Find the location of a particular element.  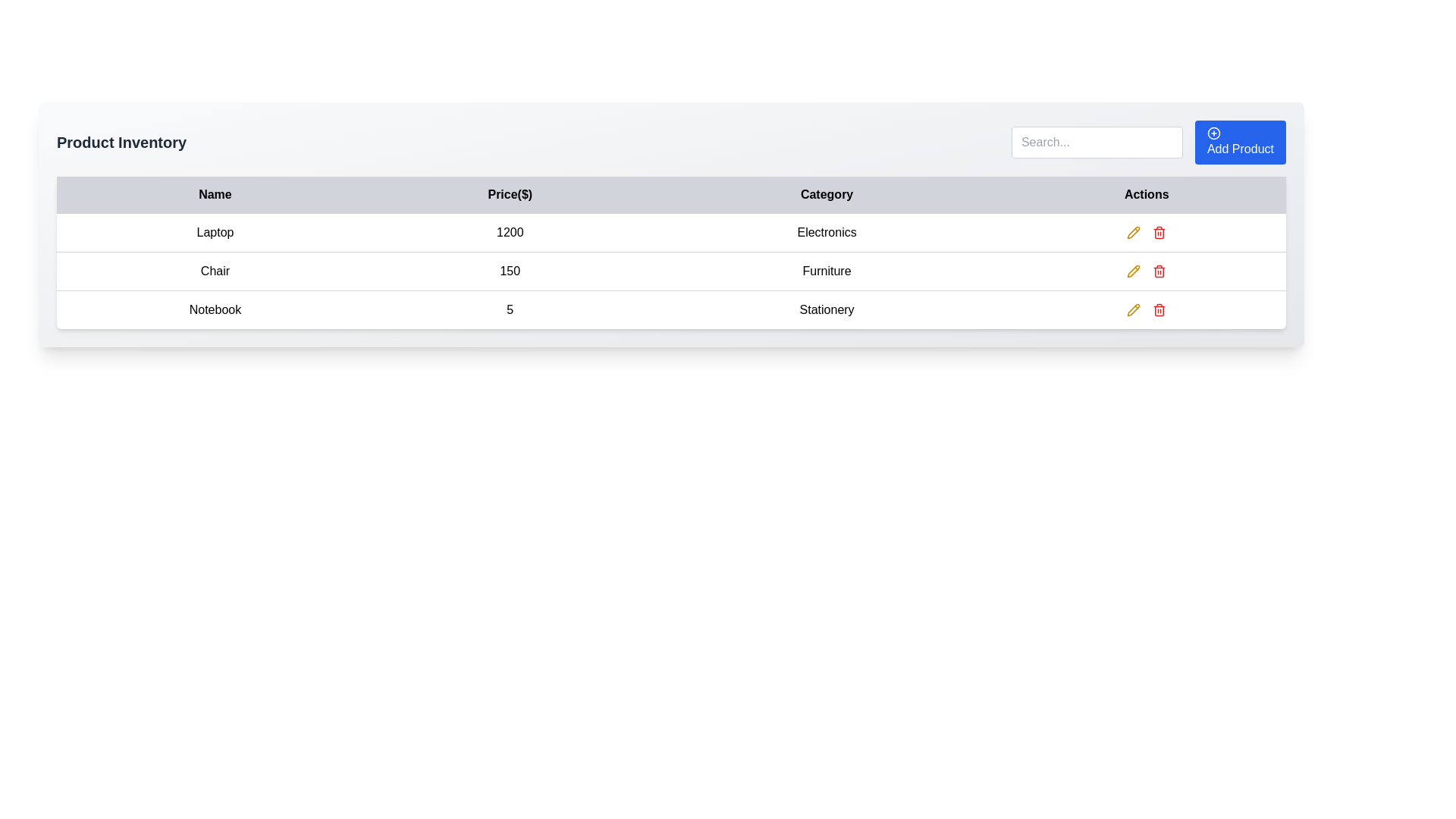

the edit button in the 'Actions' column of the first row for the 'Laptop' product is located at coordinates (1134, 233).